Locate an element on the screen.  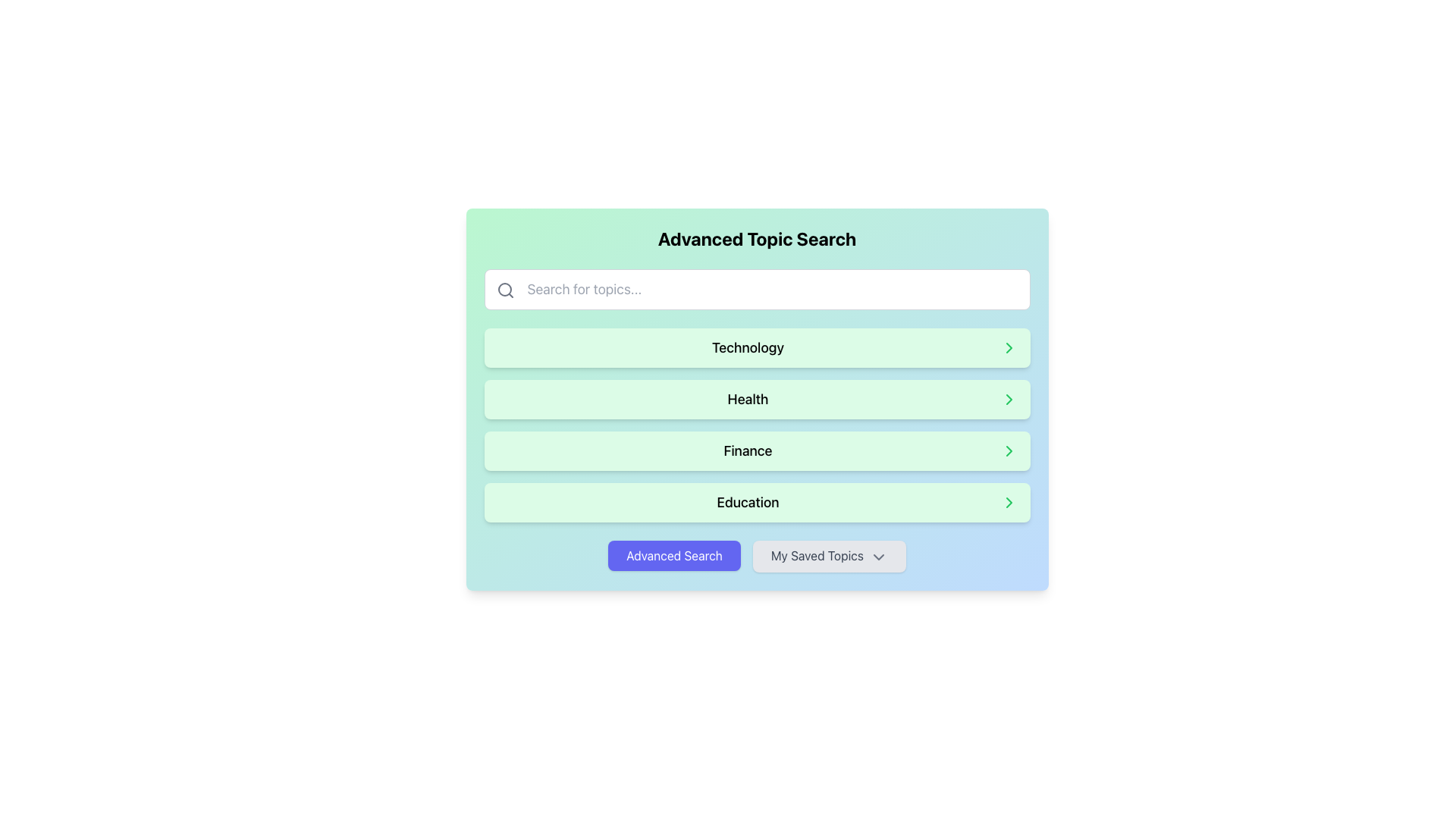
the 'Health' button, which is the second button in a vertical list of options including 'Technology', 'Finance', and 'Education' is located at coordinates (757, 399).